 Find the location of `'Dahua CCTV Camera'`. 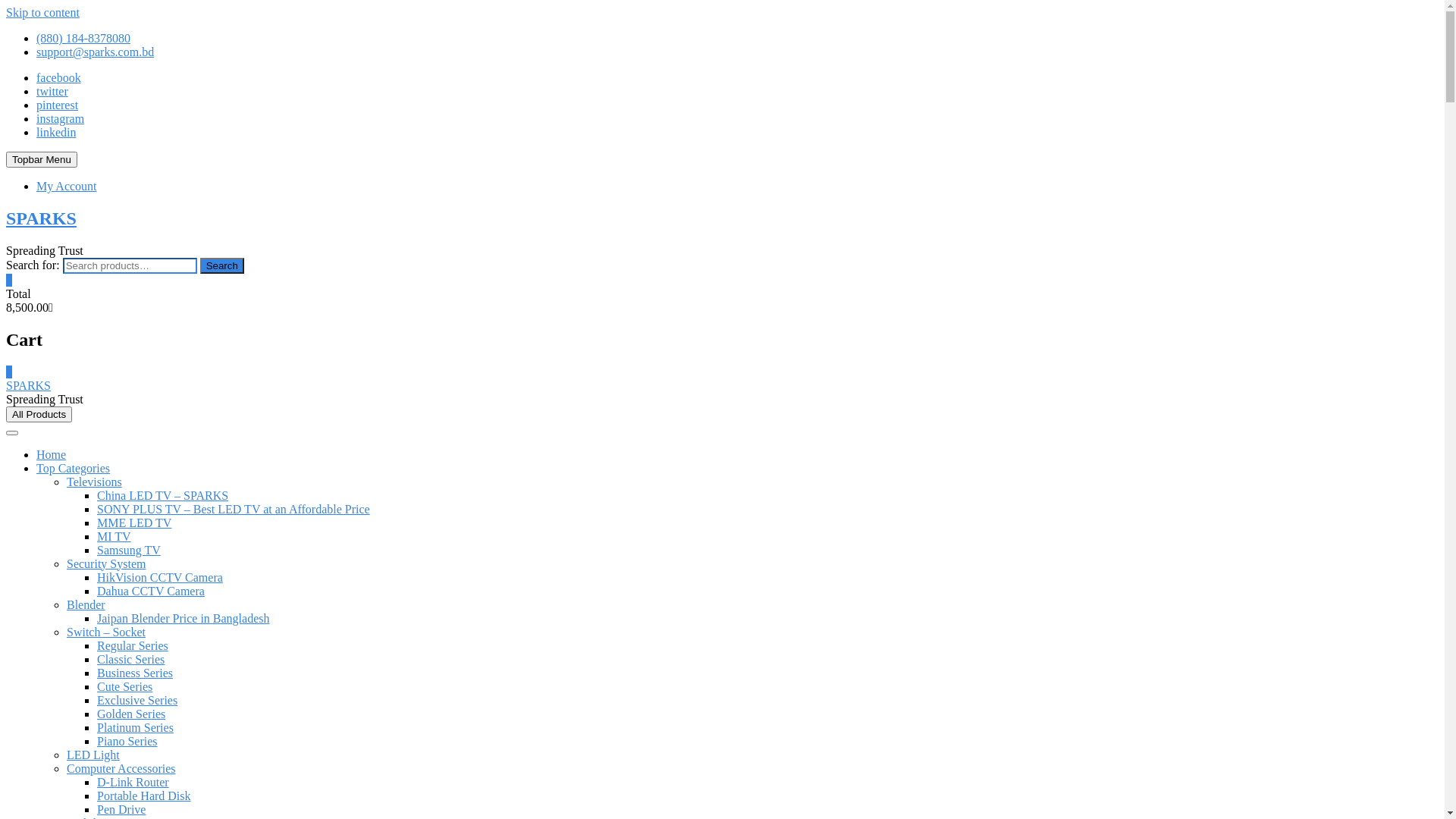

'Dahua CCTV Camera' is located at coordinates (96, 590).